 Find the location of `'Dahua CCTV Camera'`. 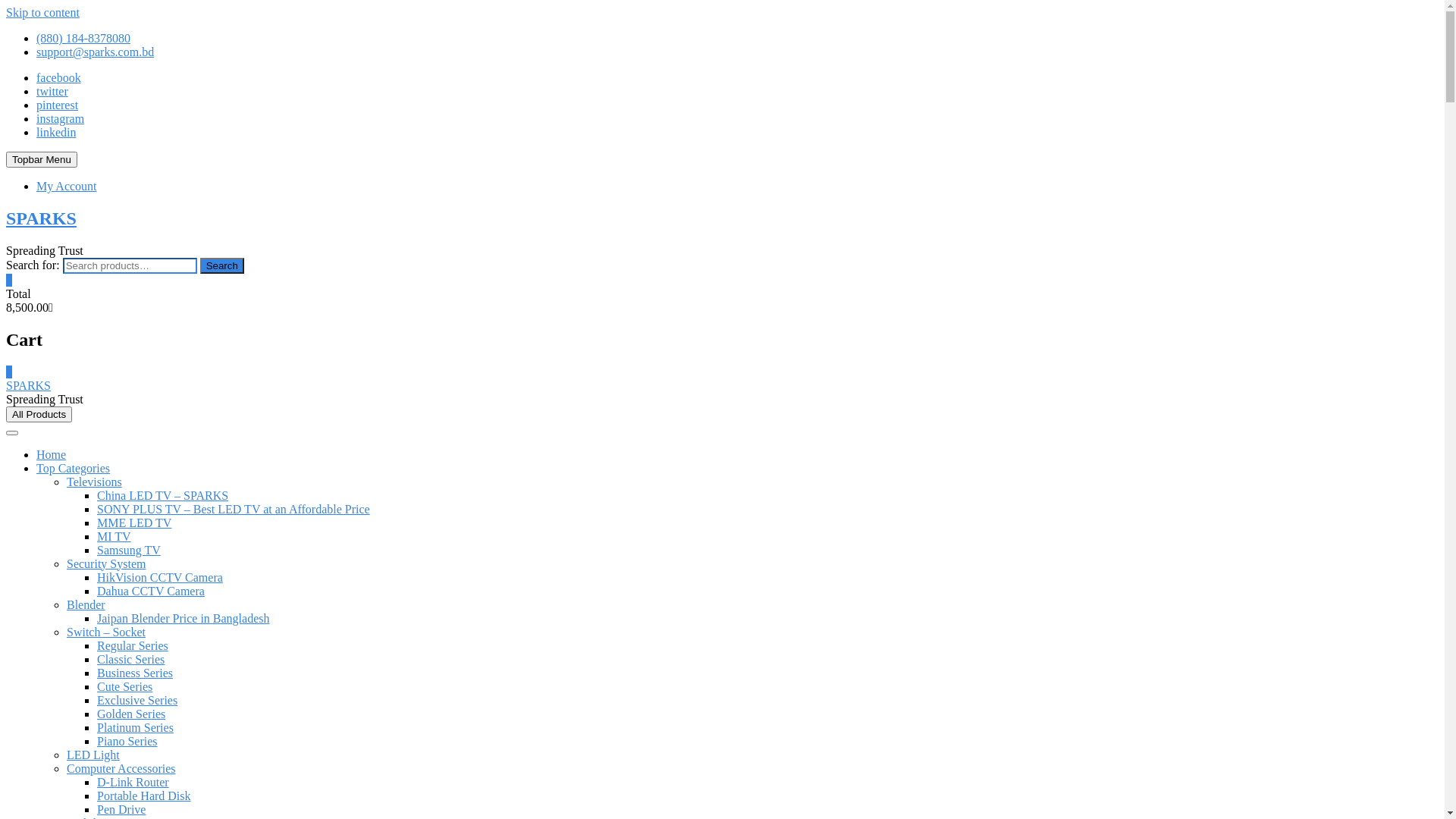

'Dahua CCTV Camera' is located at coordinates (96, 590).